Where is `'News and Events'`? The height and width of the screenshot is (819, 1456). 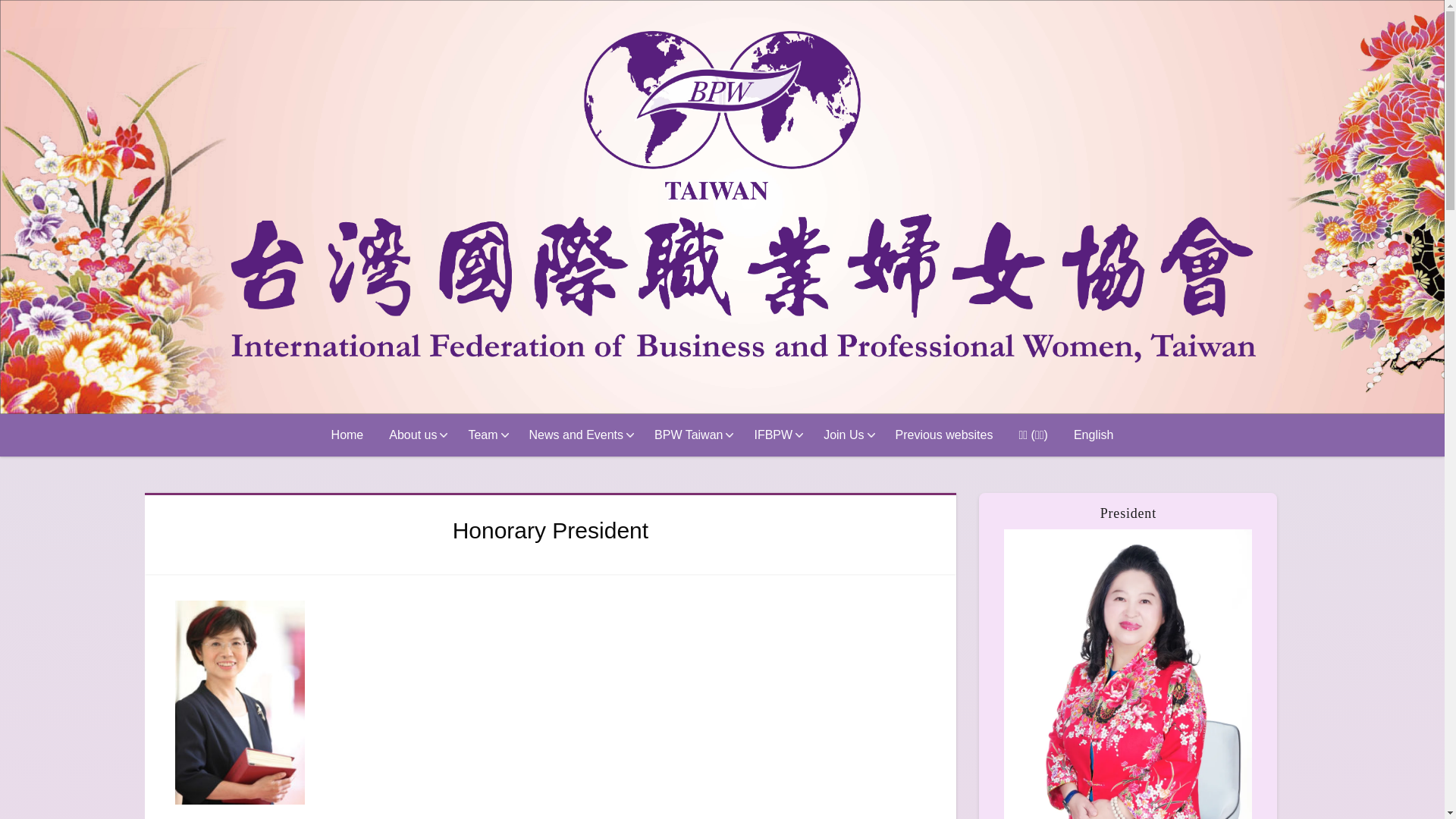
'News and Events' is located at coordinates (578, 435).